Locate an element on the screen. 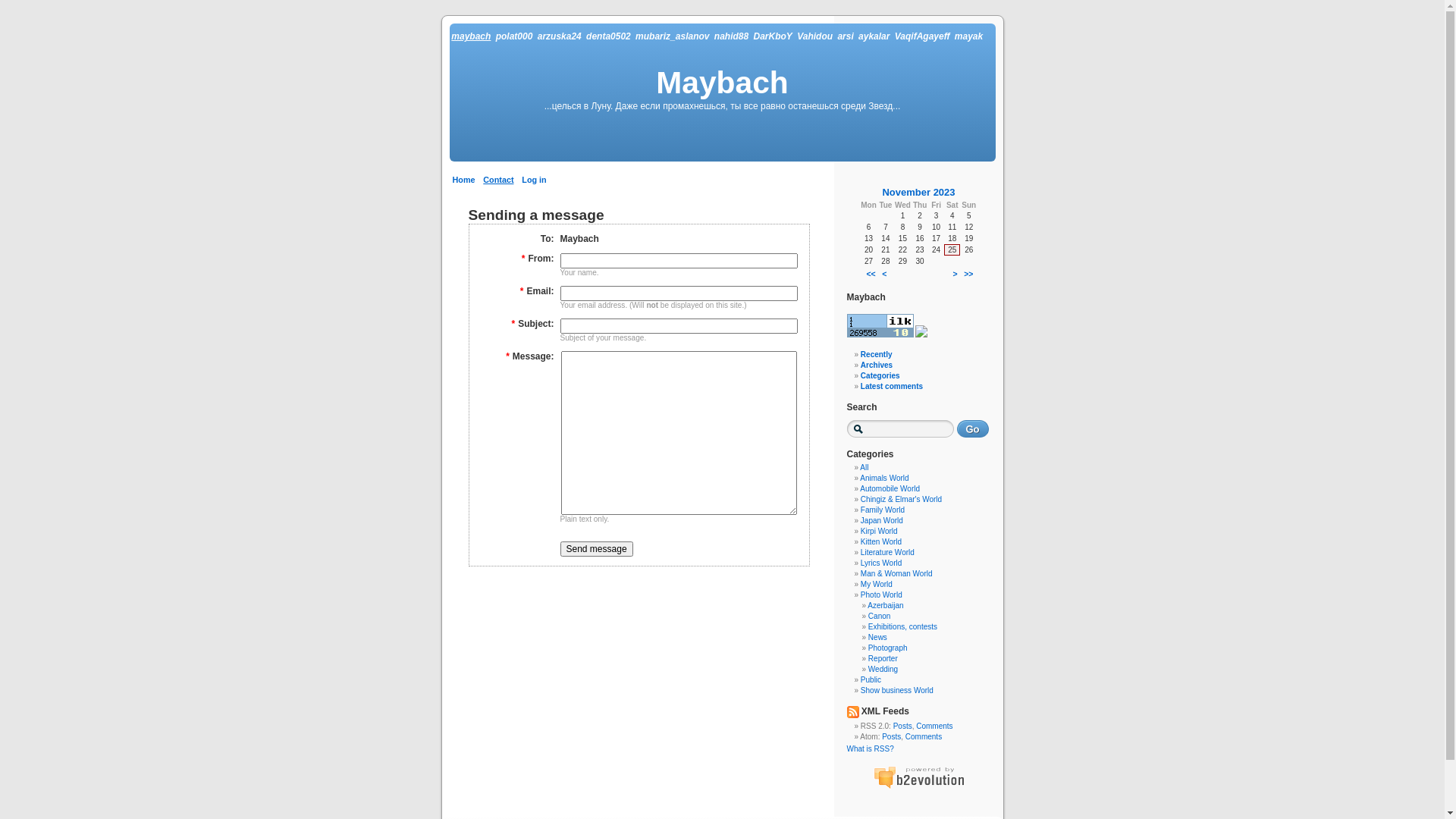 This screenshot has width=1456, height=819. 'Kirpi World' is located at coordinates (879, 530).